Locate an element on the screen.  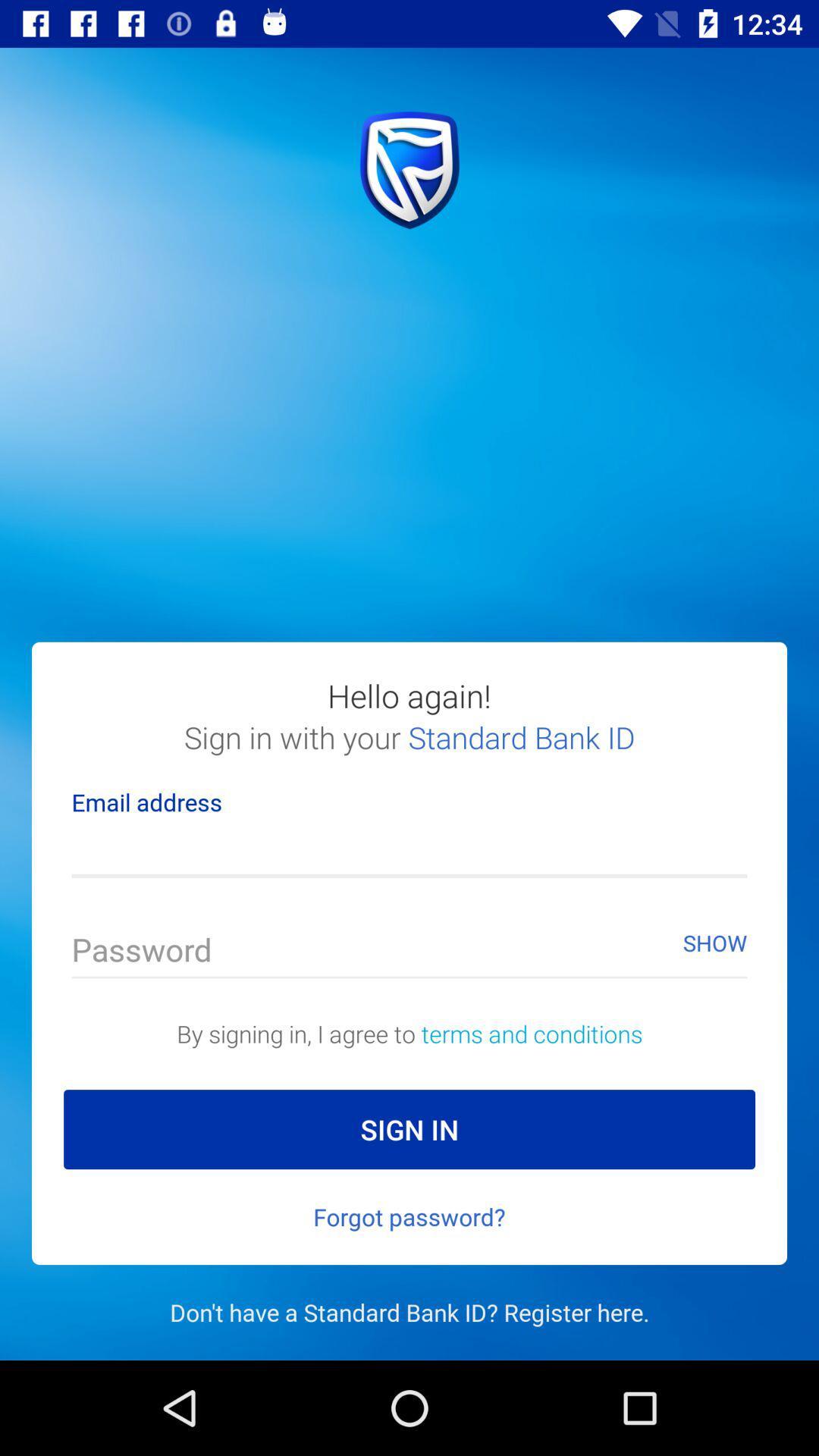
insert email address is located at coordinates (409, 851).